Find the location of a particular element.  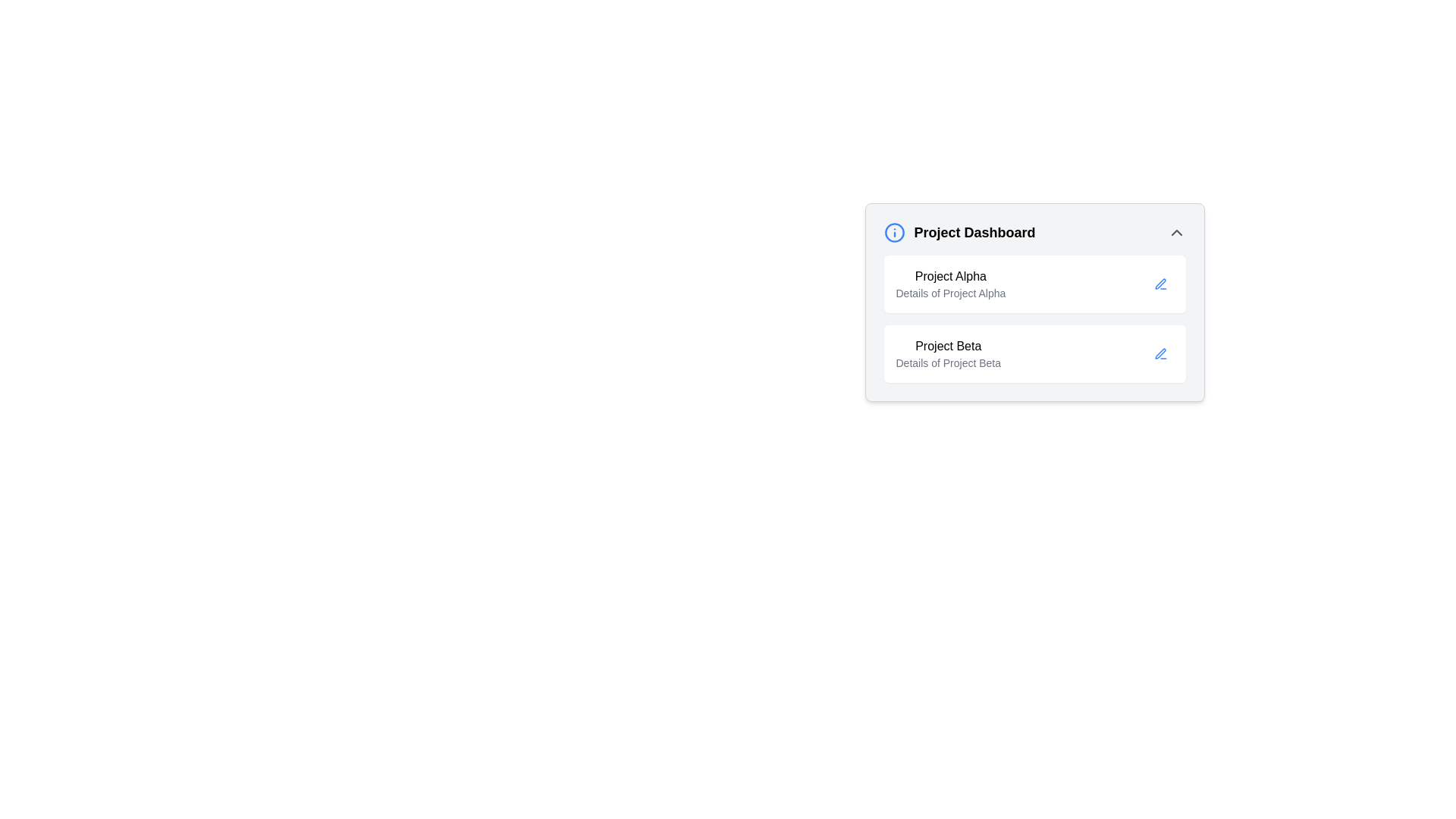

the 'Project Dashboard' title bar located at the top of the project card section is located at coordinates (1034, 233).